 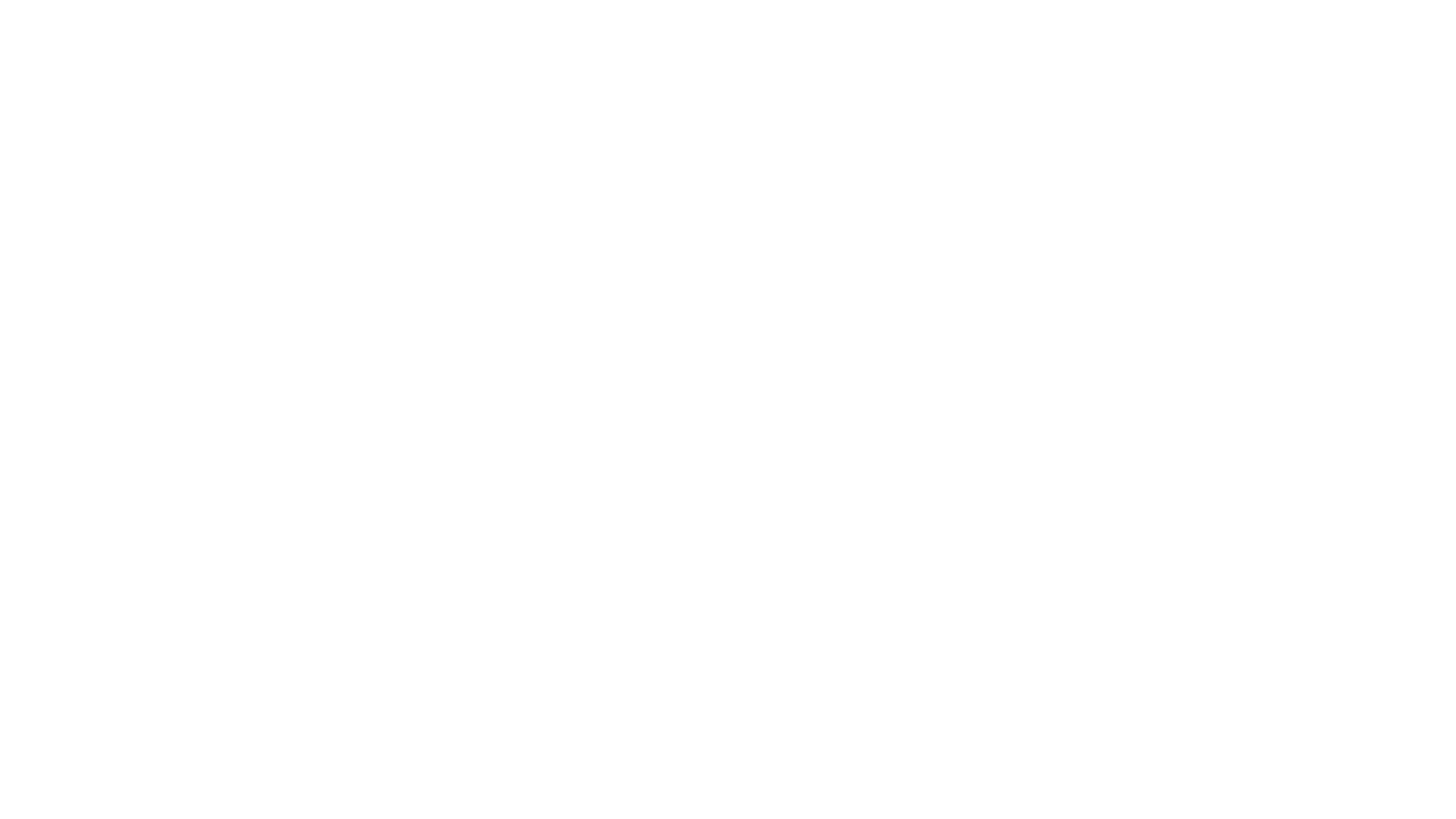 I want to click on Play, so click(x=193, y=203).